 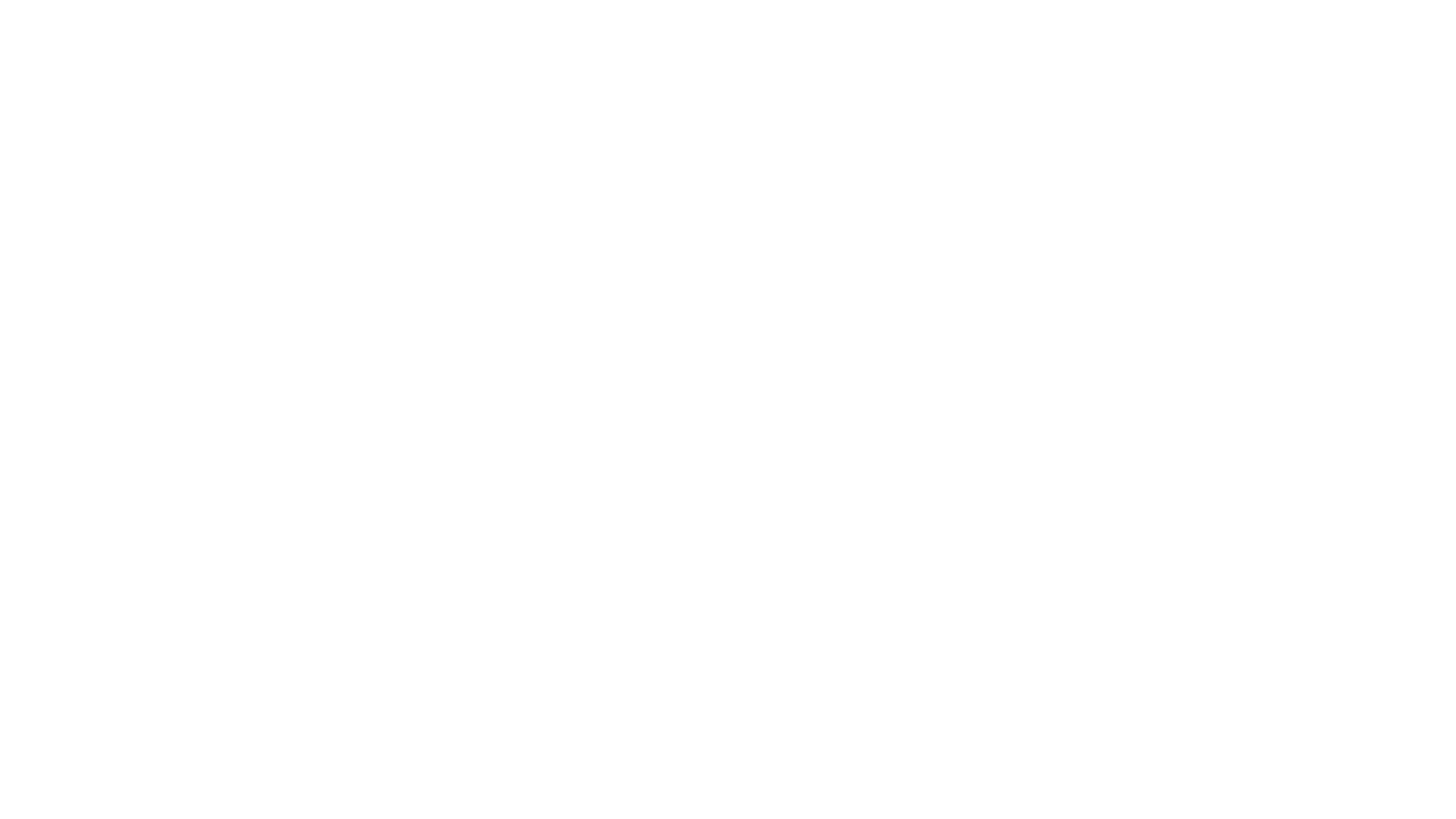 I want to click on Play, so click(x=193, y=203).